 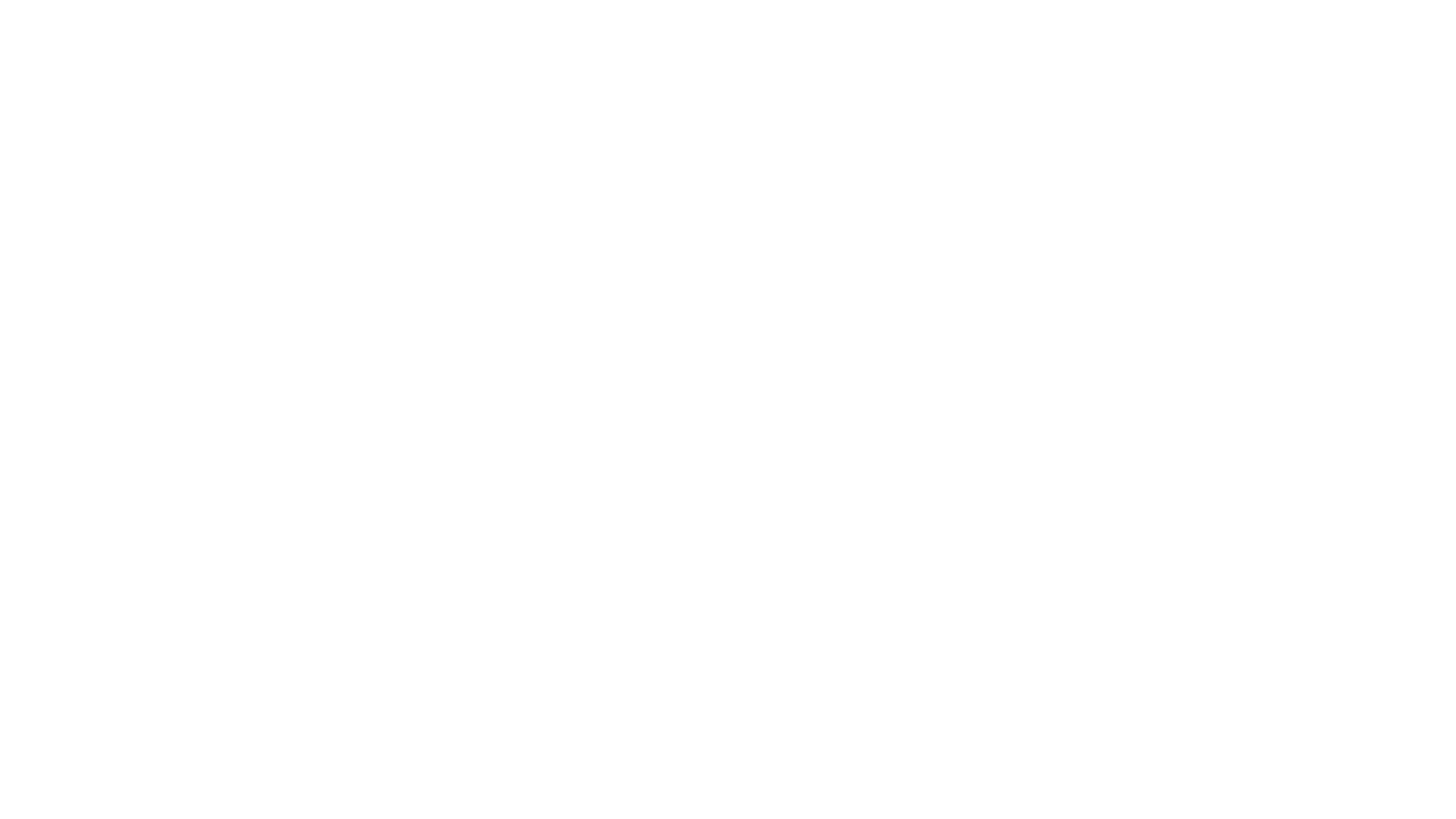 I want to click on Play, so click(x=193, y=203).